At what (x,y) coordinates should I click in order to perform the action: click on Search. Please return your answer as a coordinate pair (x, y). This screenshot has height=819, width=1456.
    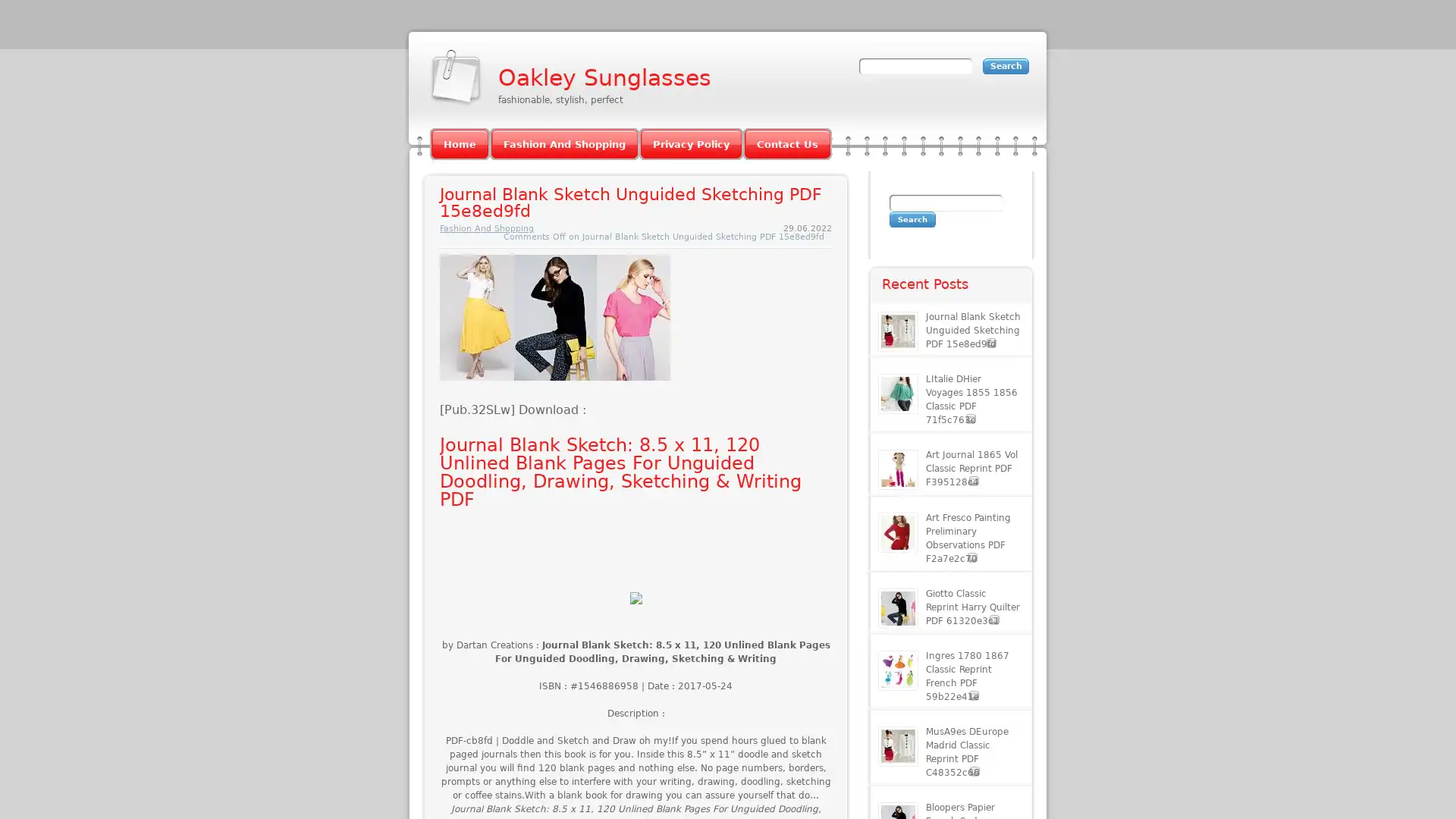
    Looking at the image, I should click on (1006, 65).